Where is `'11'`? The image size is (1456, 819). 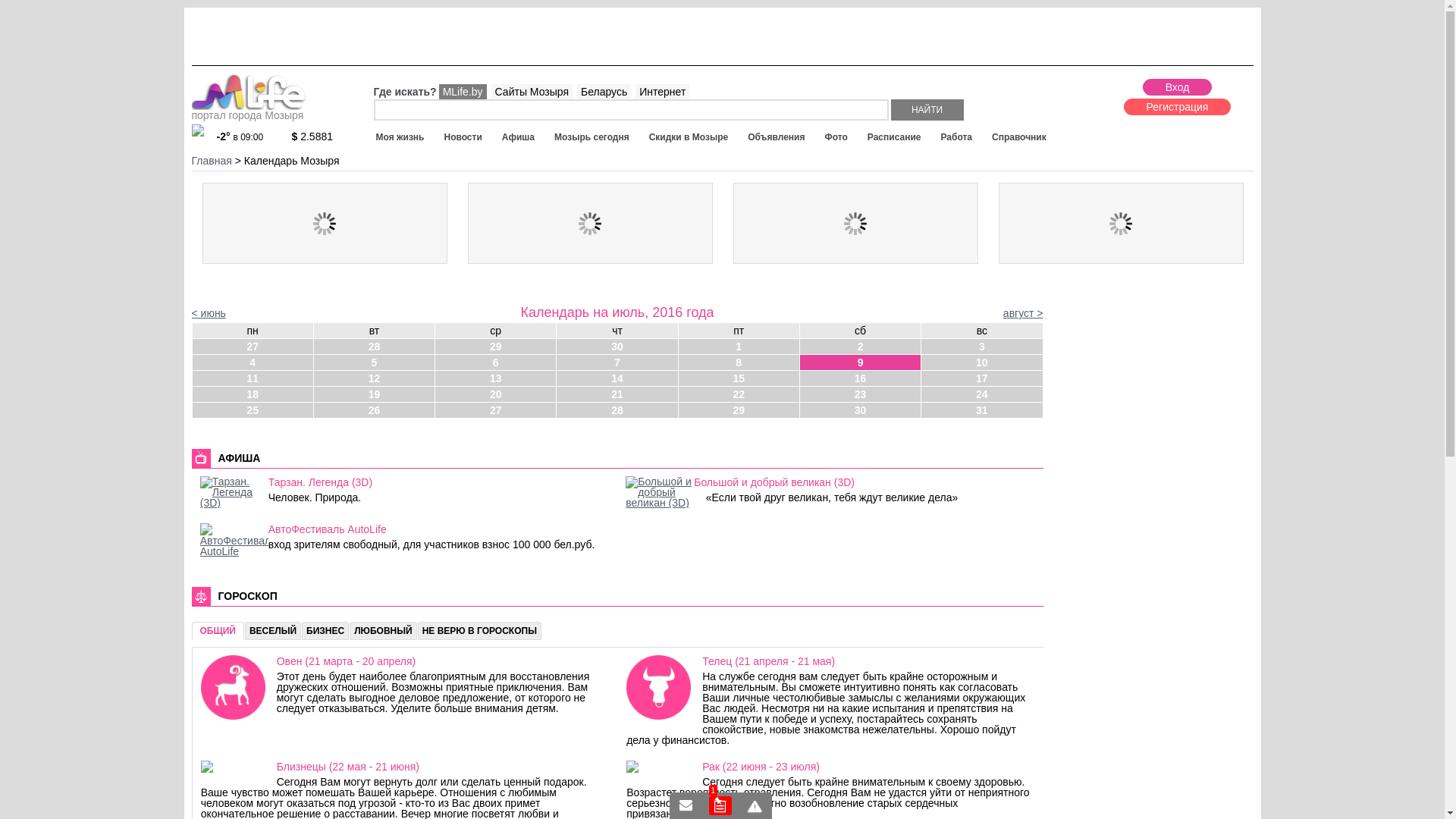 '11' is located at coordinates (253, 377).